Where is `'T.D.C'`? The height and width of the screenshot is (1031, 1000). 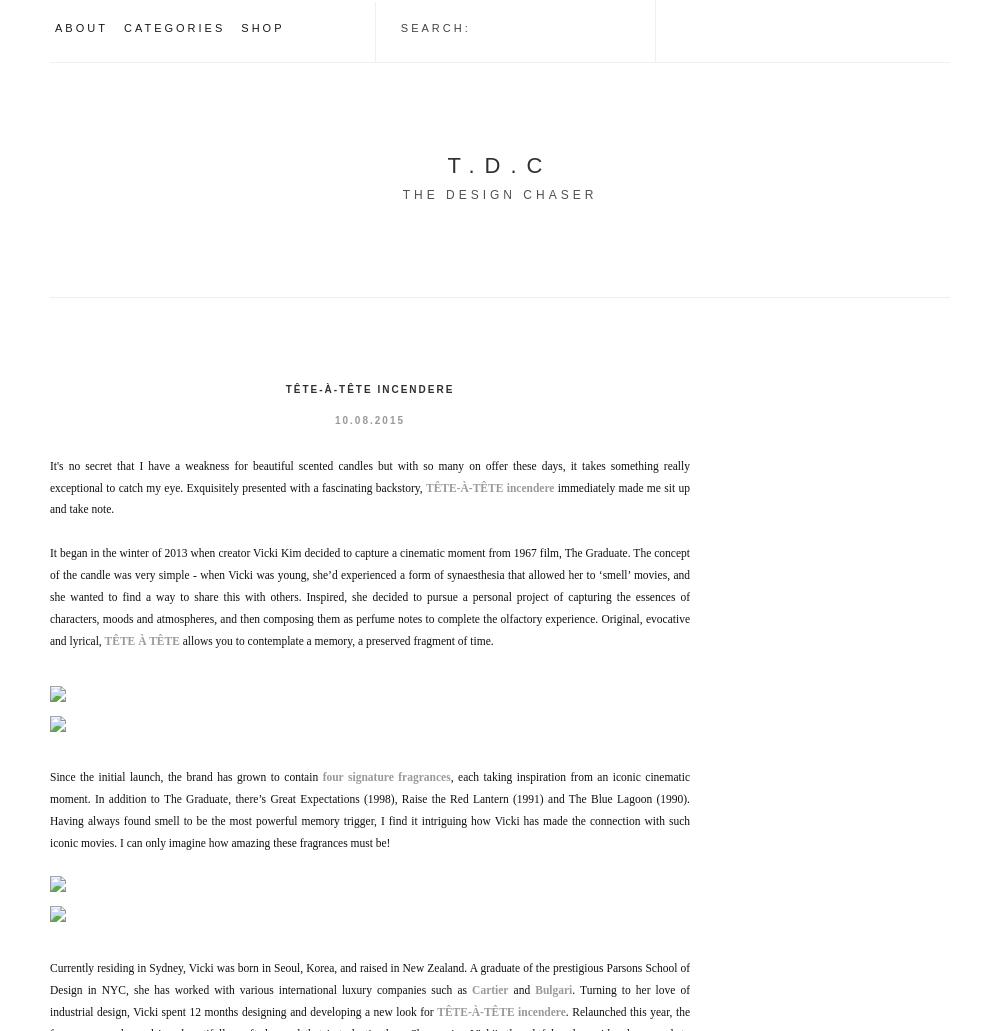
'T.D.C' is located at coordinates (446, 164).